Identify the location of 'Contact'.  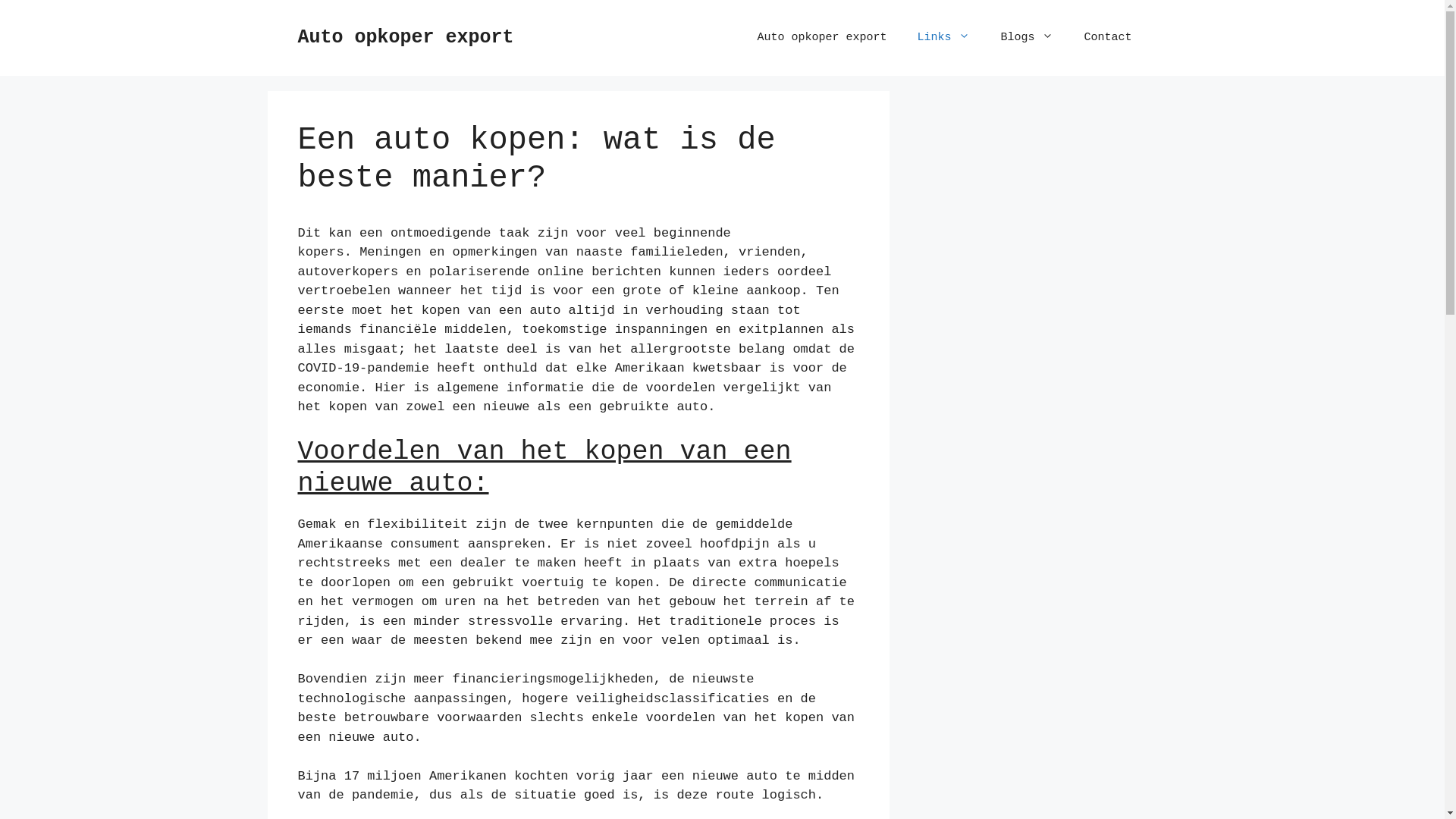
(1107, 37).